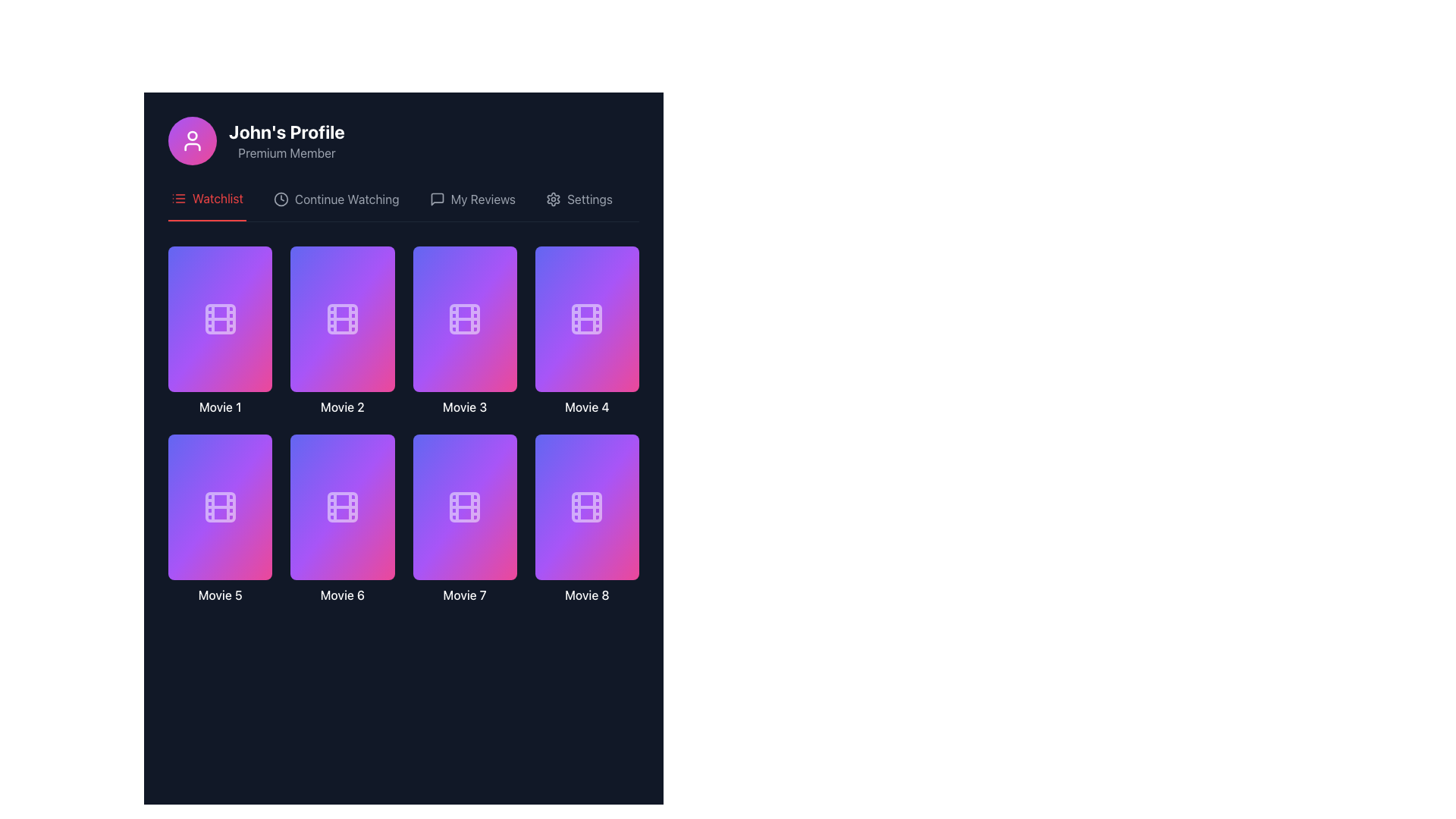 Image resolution: width=1456 pixels, height=819 pixels. I want to click on the small, squared rectangle with slightly rounded corners that is part of the decorative film reel icon representing 'Movie 1' in the top-left corner of the grid view, so click(219, 318).